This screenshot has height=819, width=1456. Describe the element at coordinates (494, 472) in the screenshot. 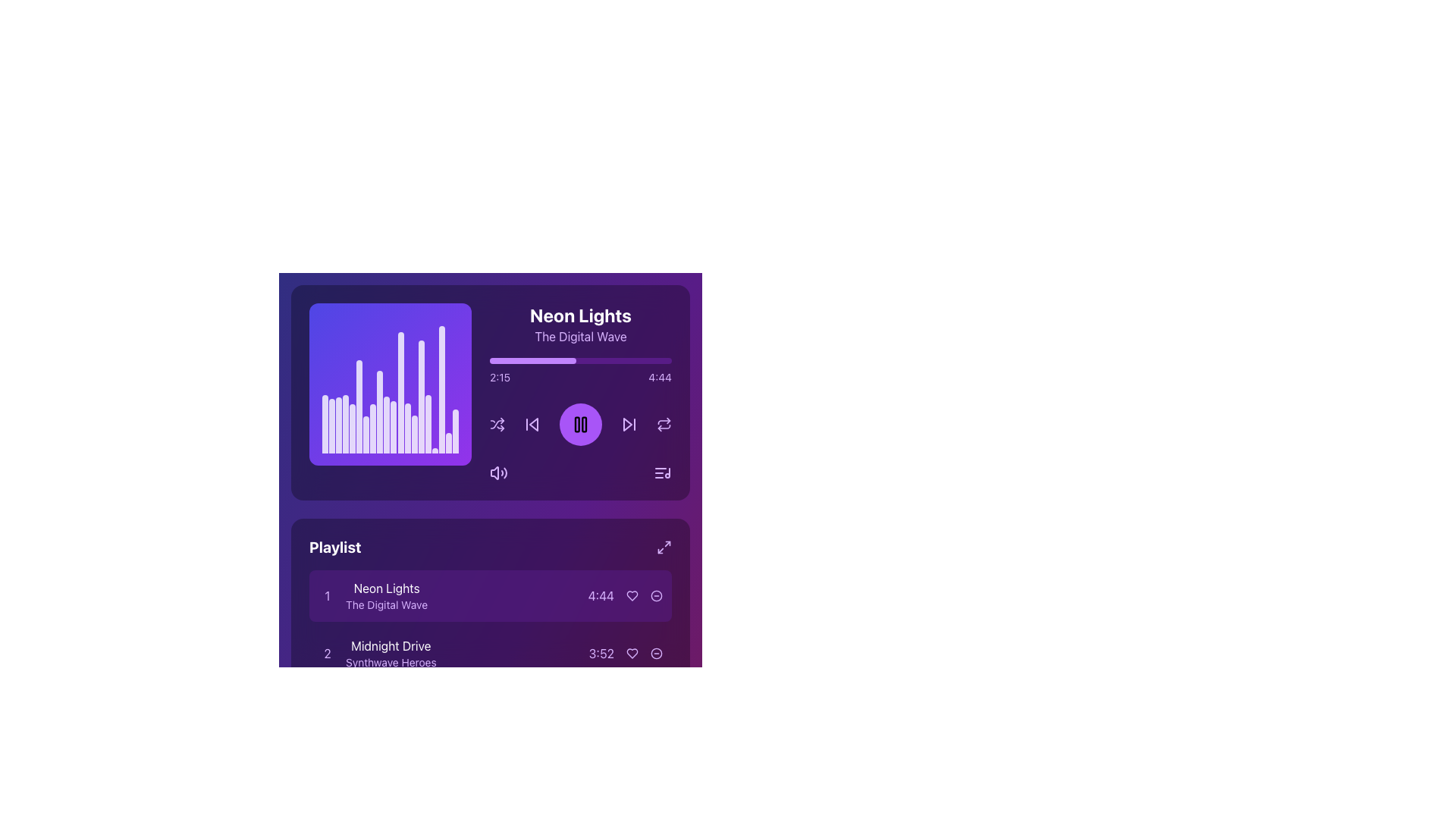

I see `the speaker icon, which is part of the volume control visualization styled in purple tones` at that location.